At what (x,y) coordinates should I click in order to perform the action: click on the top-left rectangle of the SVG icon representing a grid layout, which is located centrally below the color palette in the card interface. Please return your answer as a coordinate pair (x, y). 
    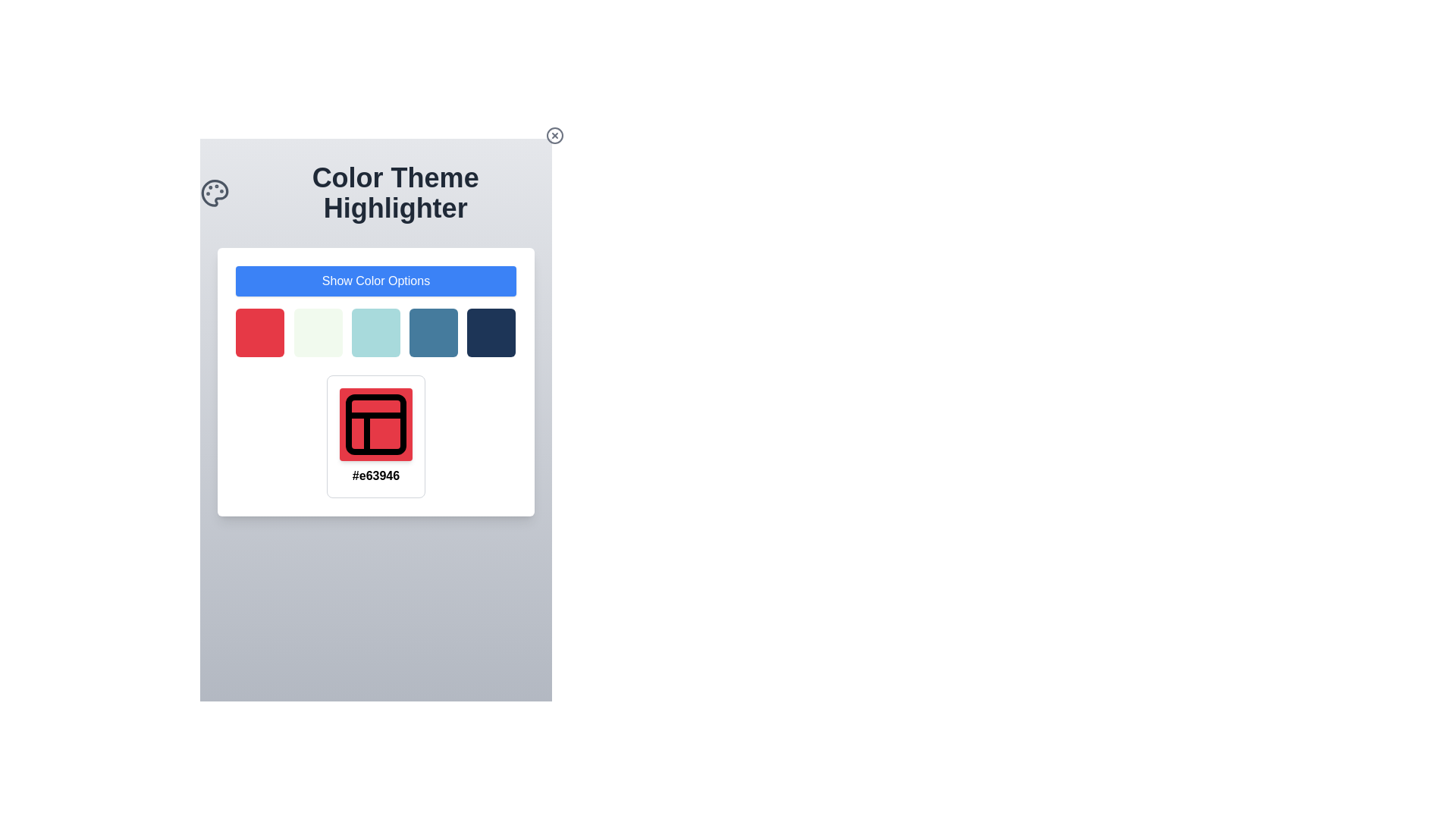
    Looking at the image, I should click on (375, 424).